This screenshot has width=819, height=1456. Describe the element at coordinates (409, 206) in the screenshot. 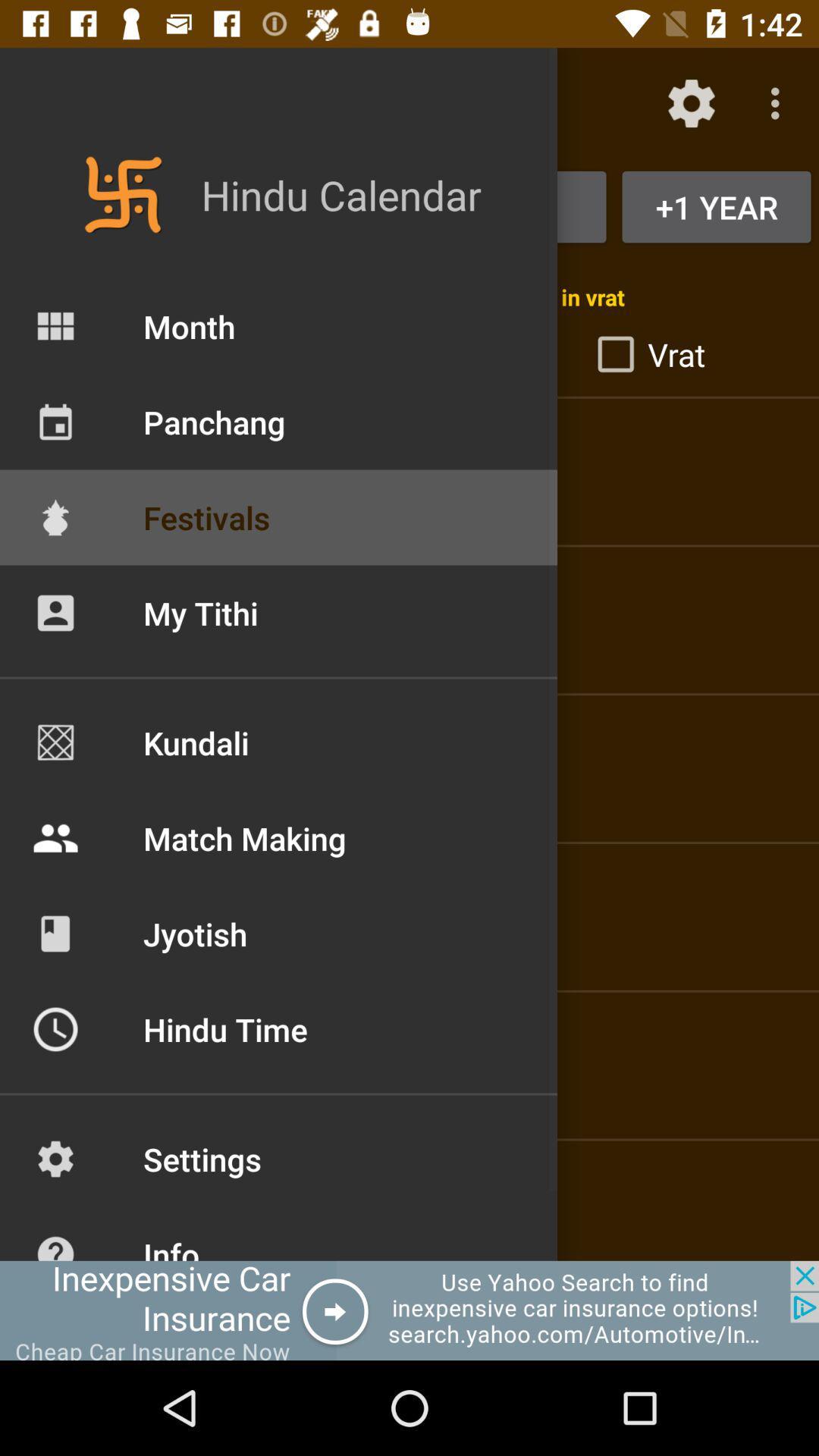

I see `the text beside 1year` at that location.